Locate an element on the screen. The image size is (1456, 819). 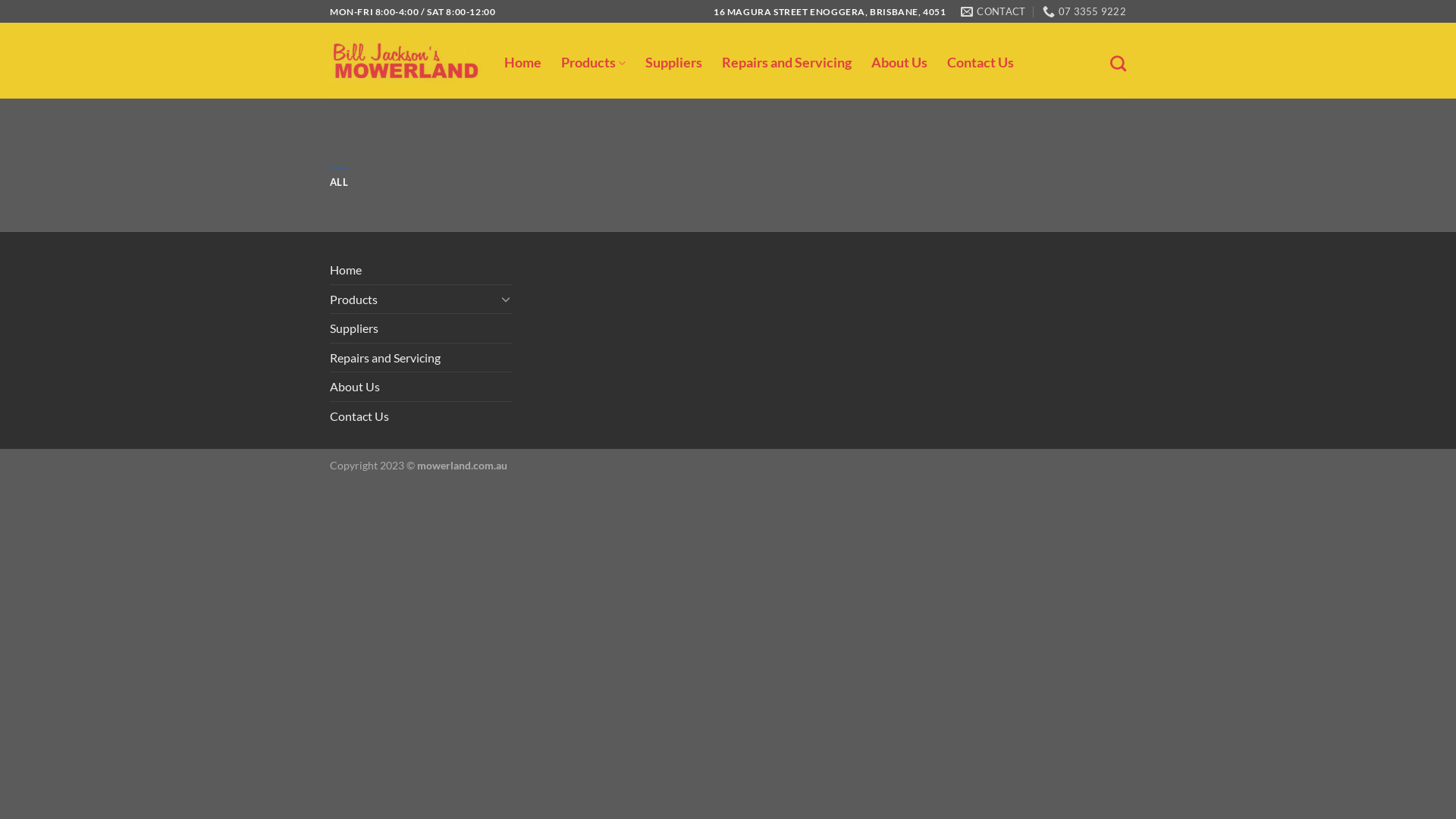
'07 3355 9222' is located at coordinates (1084, 11).